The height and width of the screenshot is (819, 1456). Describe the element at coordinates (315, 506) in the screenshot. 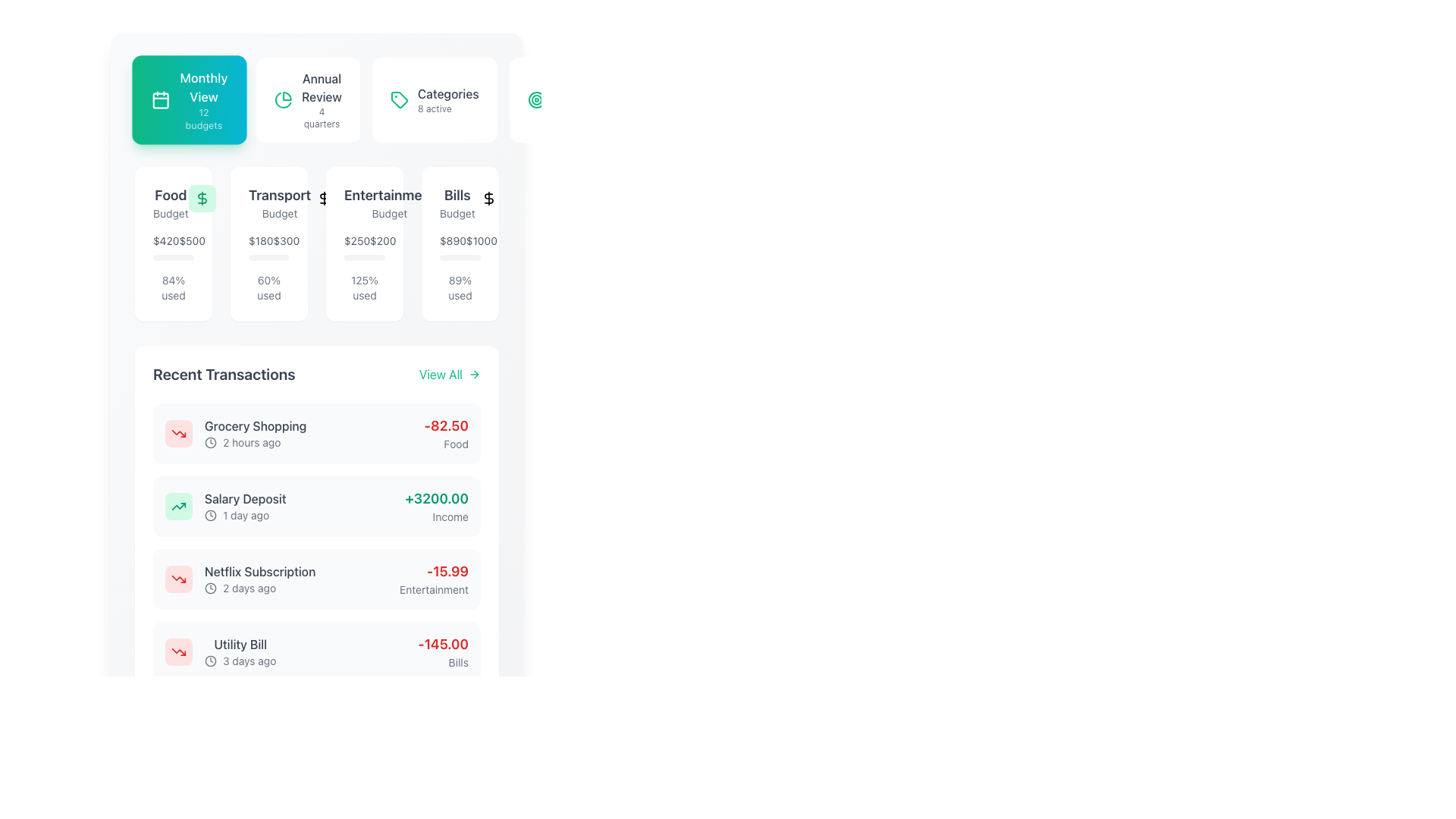

I see `the financial transaction entry labeled 'Salary Deposit' with the amount '+3200.00' in the 'Recent Transactions' section` at that location.